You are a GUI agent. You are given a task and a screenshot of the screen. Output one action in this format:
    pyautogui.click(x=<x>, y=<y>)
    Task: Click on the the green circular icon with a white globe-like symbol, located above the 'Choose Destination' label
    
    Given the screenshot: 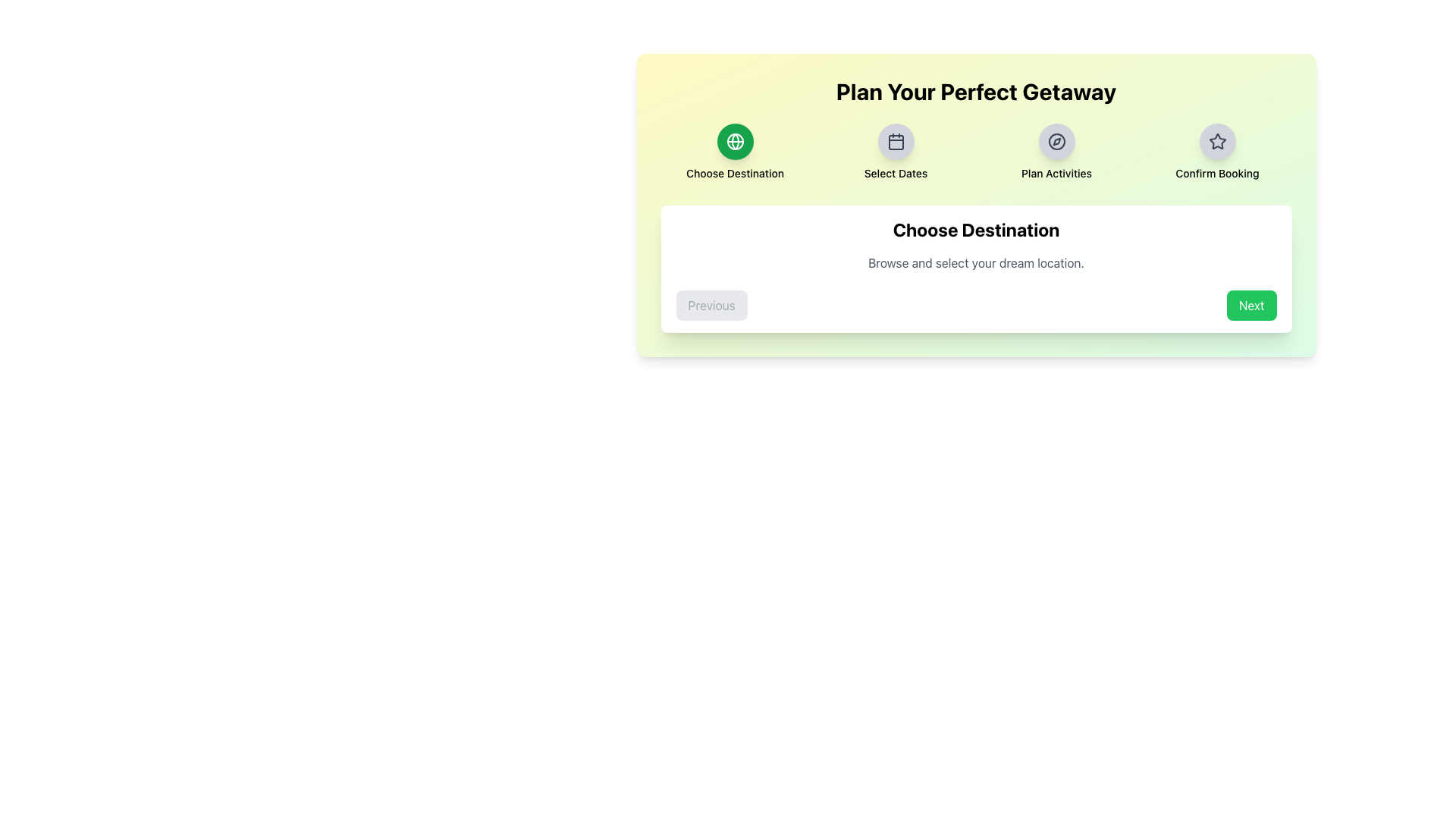 What is the action you would take?
    pyautogui.click(x=735, y=141)
    